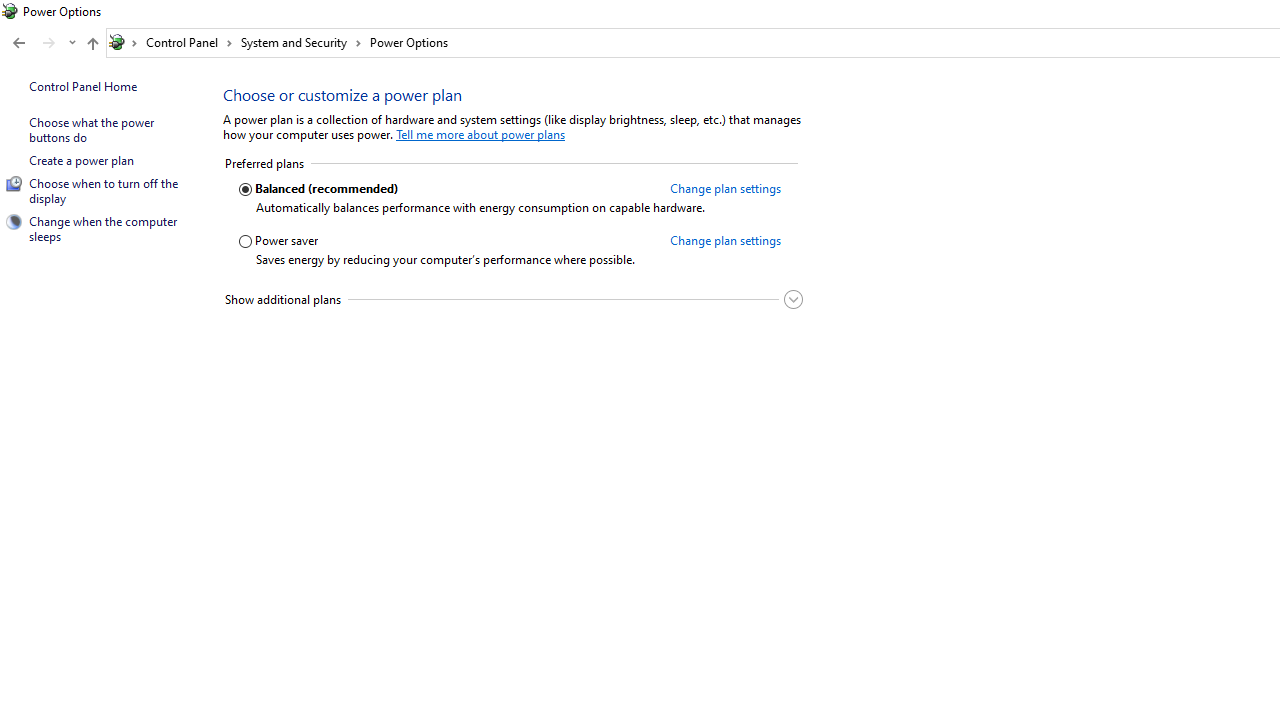 The width and height of the screenshot is (1280, 720). Describe the element at coordinates (19, 43) in the screenshot. I see `'Back to System and Security (Alt + Left Arrow)'` at that location.